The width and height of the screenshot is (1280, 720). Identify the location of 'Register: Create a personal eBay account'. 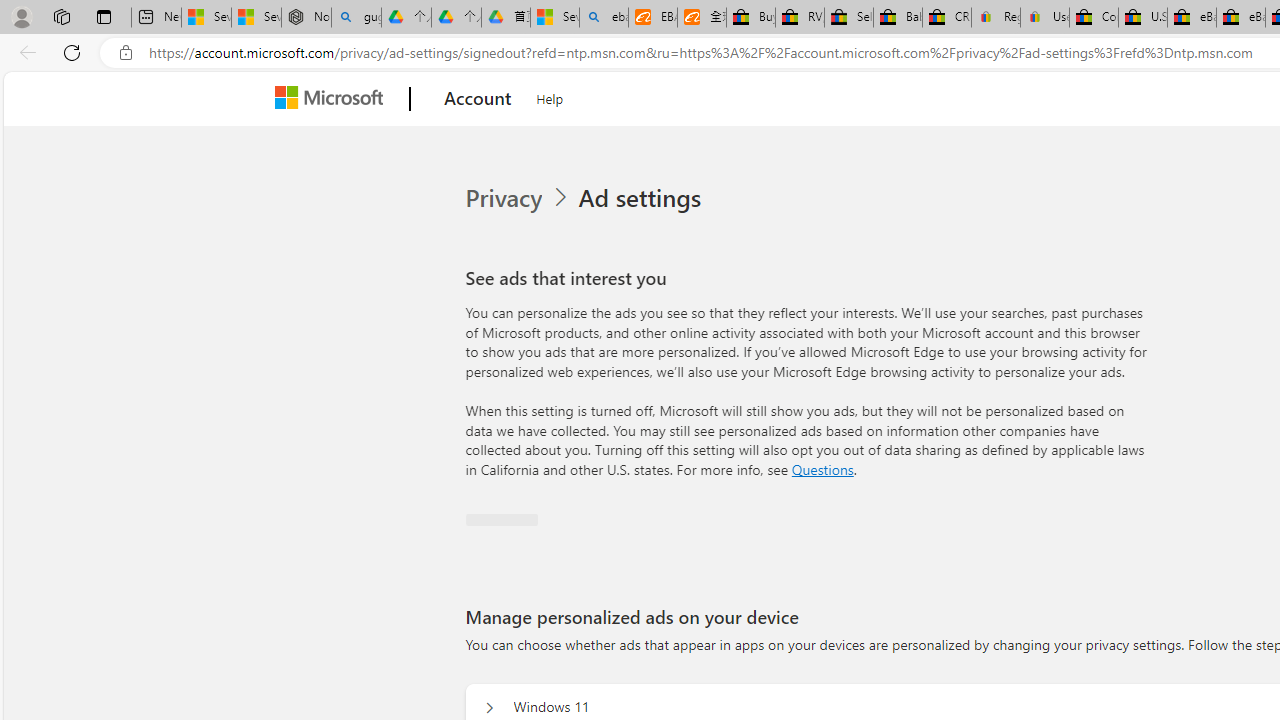
(995, 17).